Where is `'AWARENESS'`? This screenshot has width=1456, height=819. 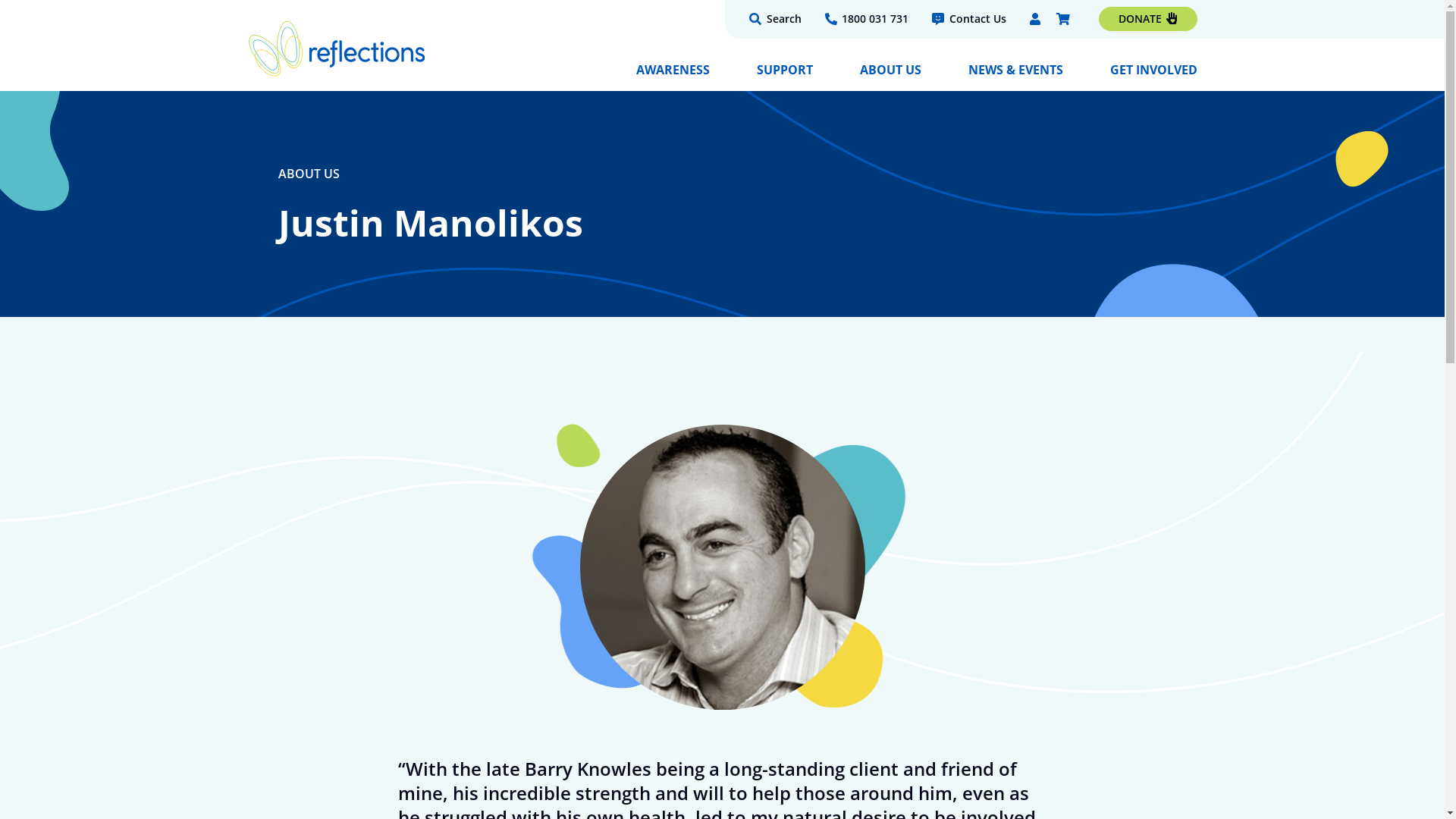
'AWARENESS' is located at coordinates (671, 76).